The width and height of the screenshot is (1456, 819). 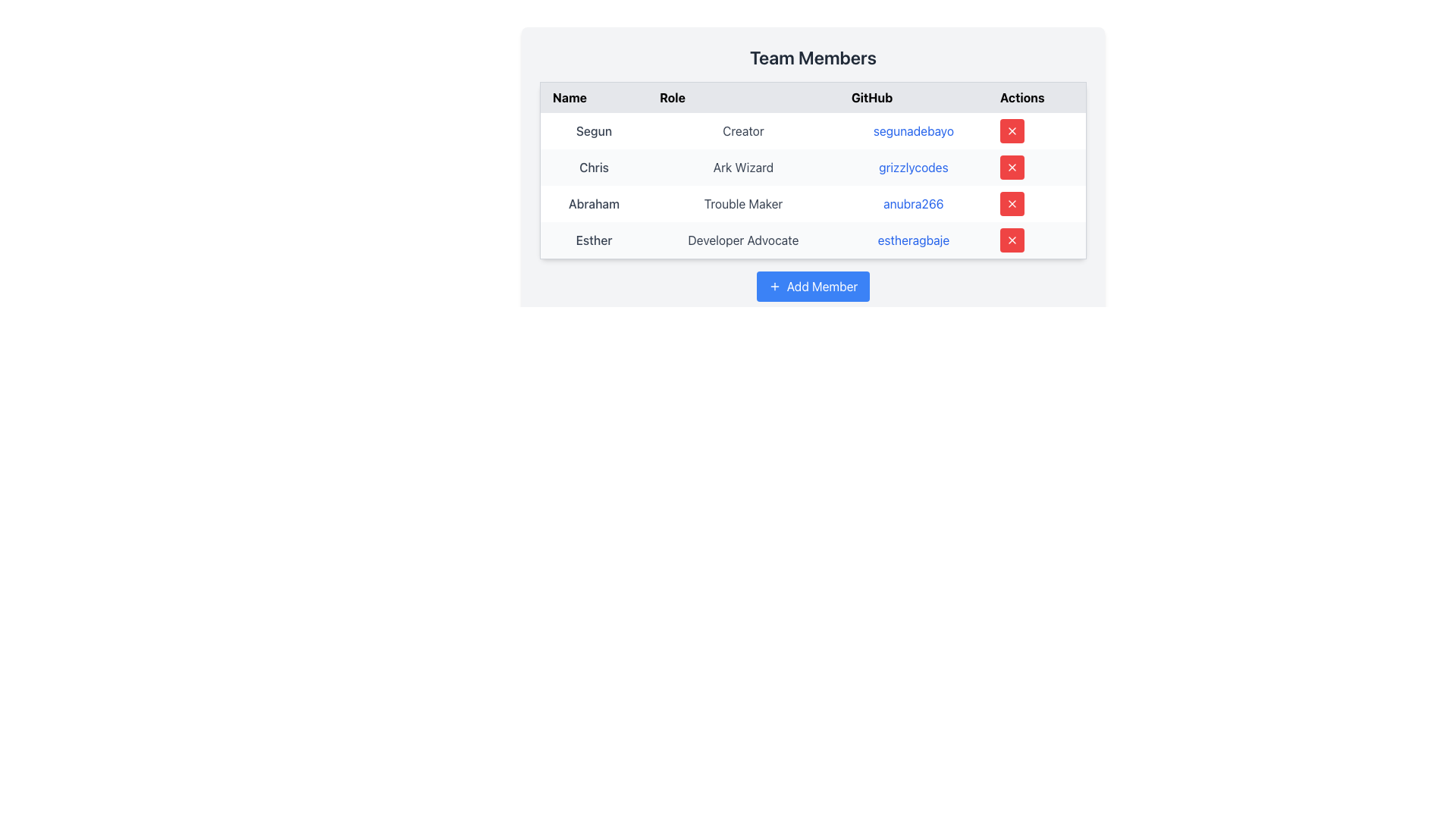 What do you see at coordinates (912, 167) in the screenshot?
I see `the GitHub link for the member Chris, who is identified as 'Ark Wizard'` at bounding box center [912, 167].